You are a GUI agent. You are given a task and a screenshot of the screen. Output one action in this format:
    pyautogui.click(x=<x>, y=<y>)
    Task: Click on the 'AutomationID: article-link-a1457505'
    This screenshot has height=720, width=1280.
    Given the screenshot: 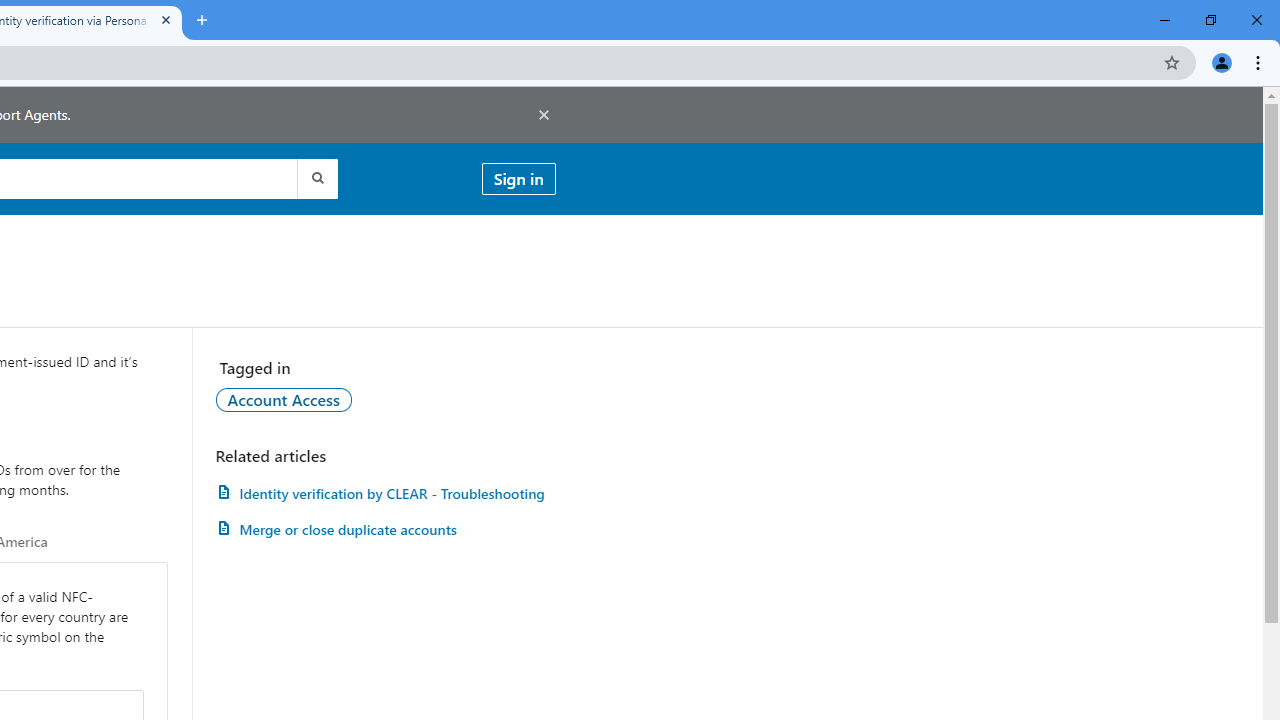 What is the action you would take?
    pyautogui.click(x=385, y=493)
    